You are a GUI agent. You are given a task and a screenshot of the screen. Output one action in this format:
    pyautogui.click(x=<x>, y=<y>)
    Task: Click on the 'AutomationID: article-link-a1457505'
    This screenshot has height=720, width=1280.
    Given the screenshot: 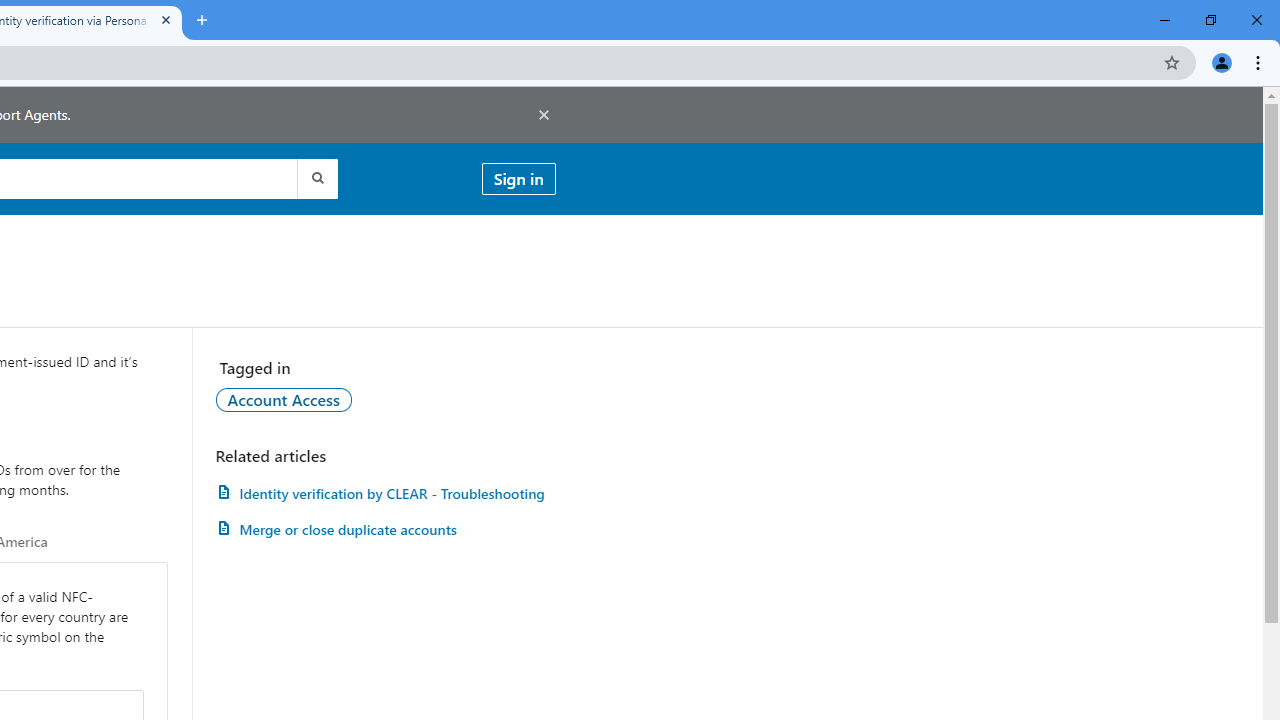 What is the action you would take?
    pyautogui.click(x=385, y=493)
    